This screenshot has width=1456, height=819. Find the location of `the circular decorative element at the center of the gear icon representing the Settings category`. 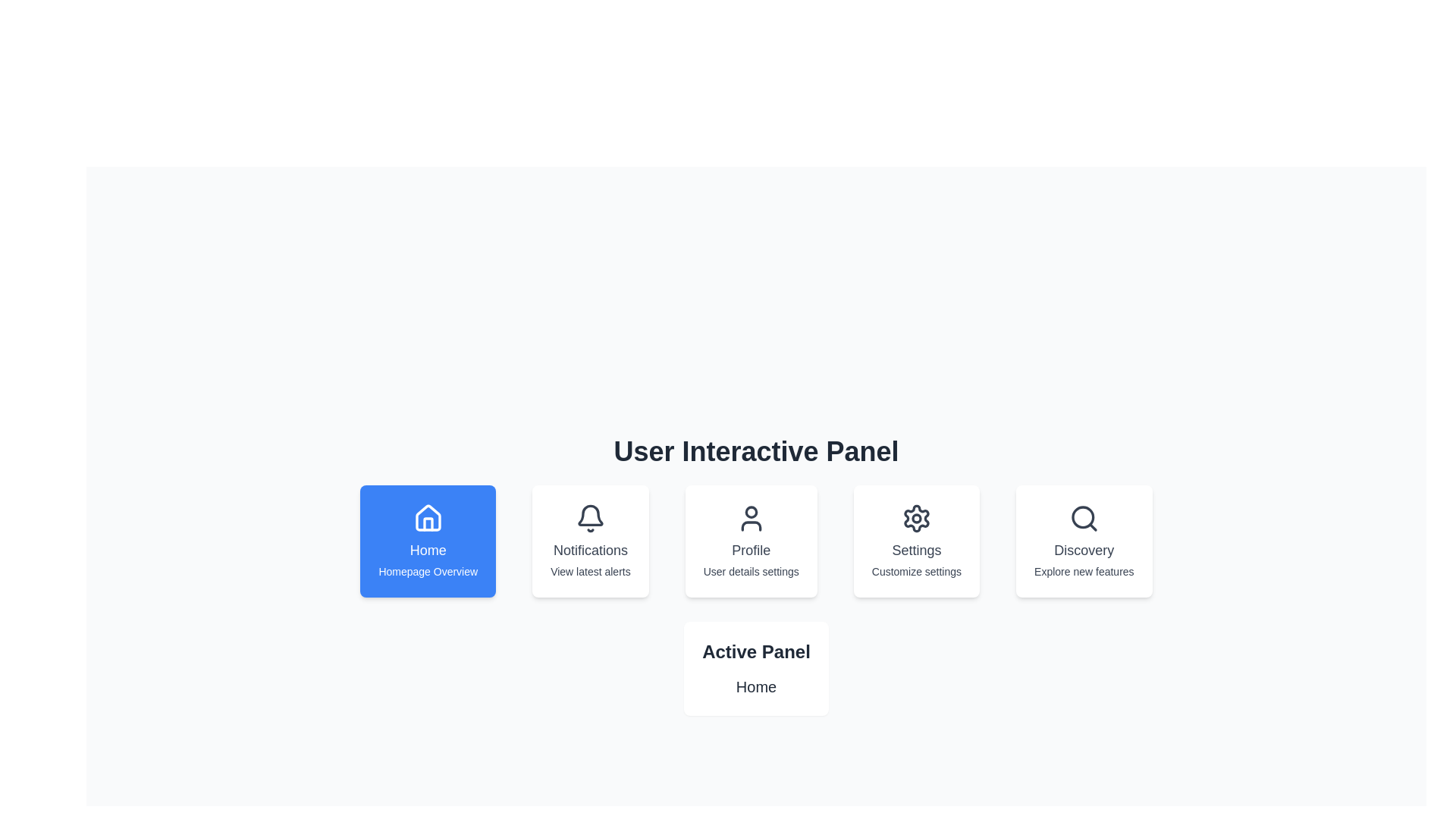

the circular decorative element at the center of the gear icon representing the Settings category is located at coordinates (915, 517).